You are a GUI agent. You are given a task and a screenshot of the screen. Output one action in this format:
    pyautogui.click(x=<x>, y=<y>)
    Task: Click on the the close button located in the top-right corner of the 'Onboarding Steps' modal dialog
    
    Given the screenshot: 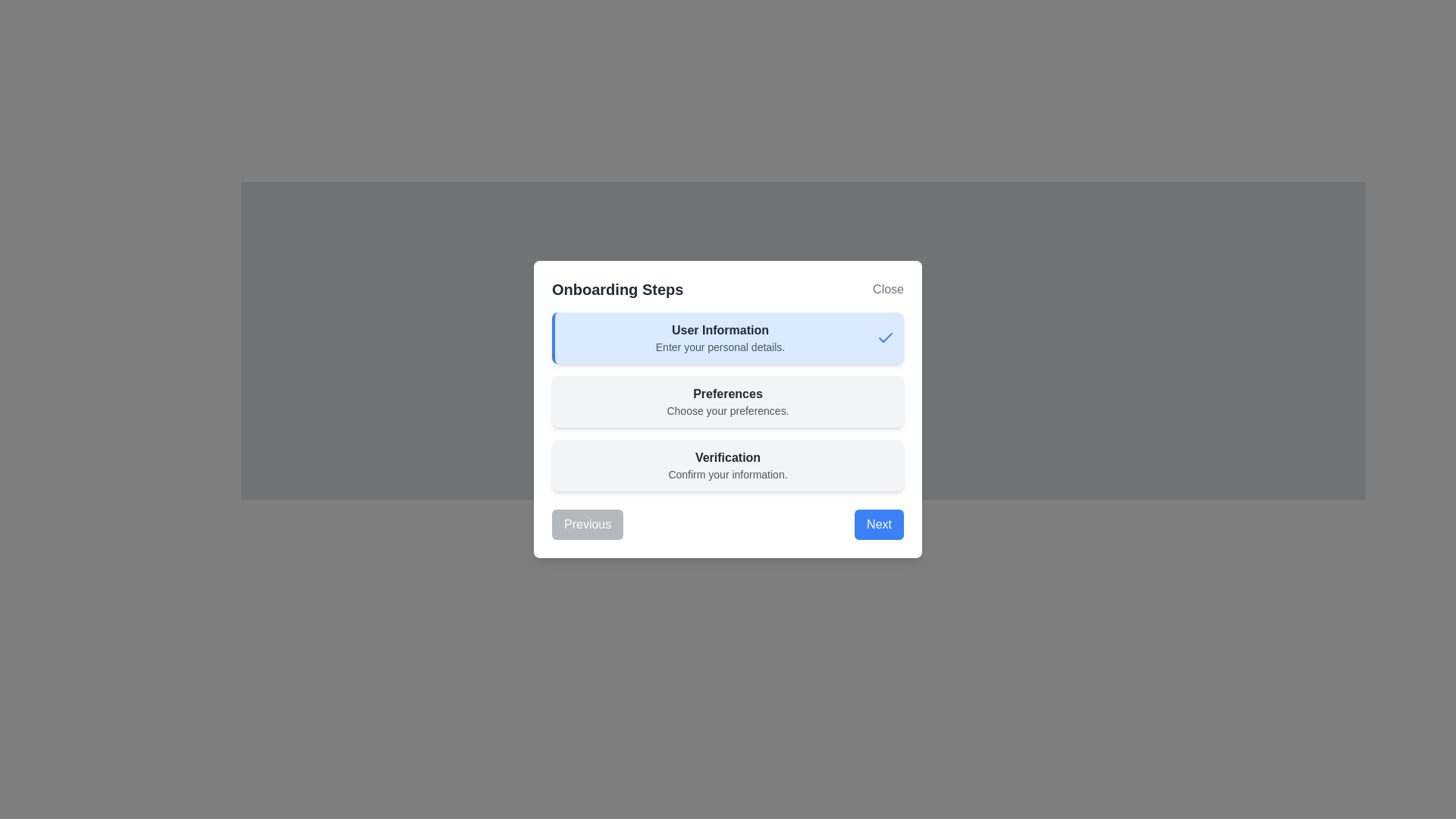 What is the action you would take?
    pyautogui.click(x=888, y=289)
    